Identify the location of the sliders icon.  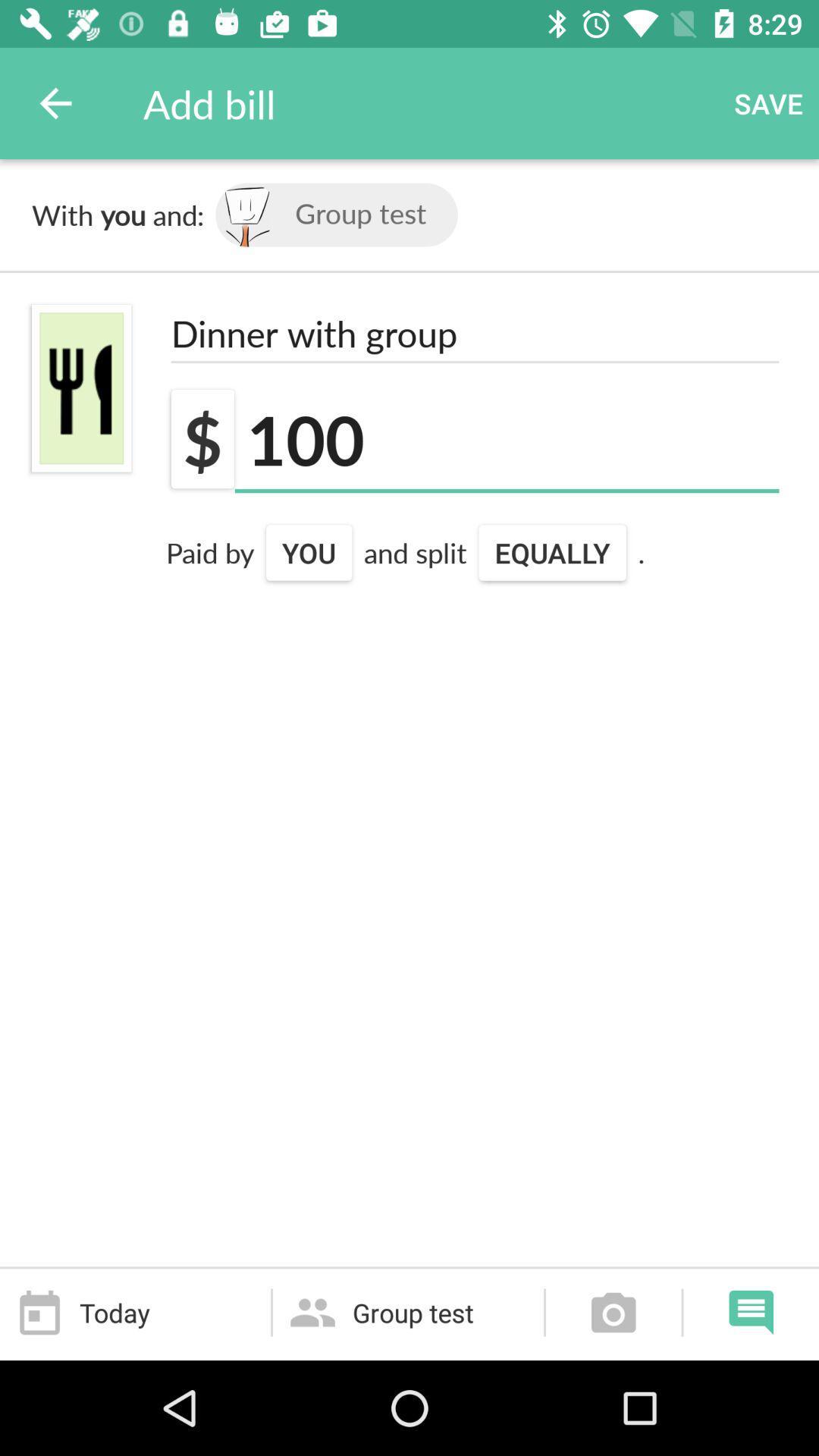
(81, 388).